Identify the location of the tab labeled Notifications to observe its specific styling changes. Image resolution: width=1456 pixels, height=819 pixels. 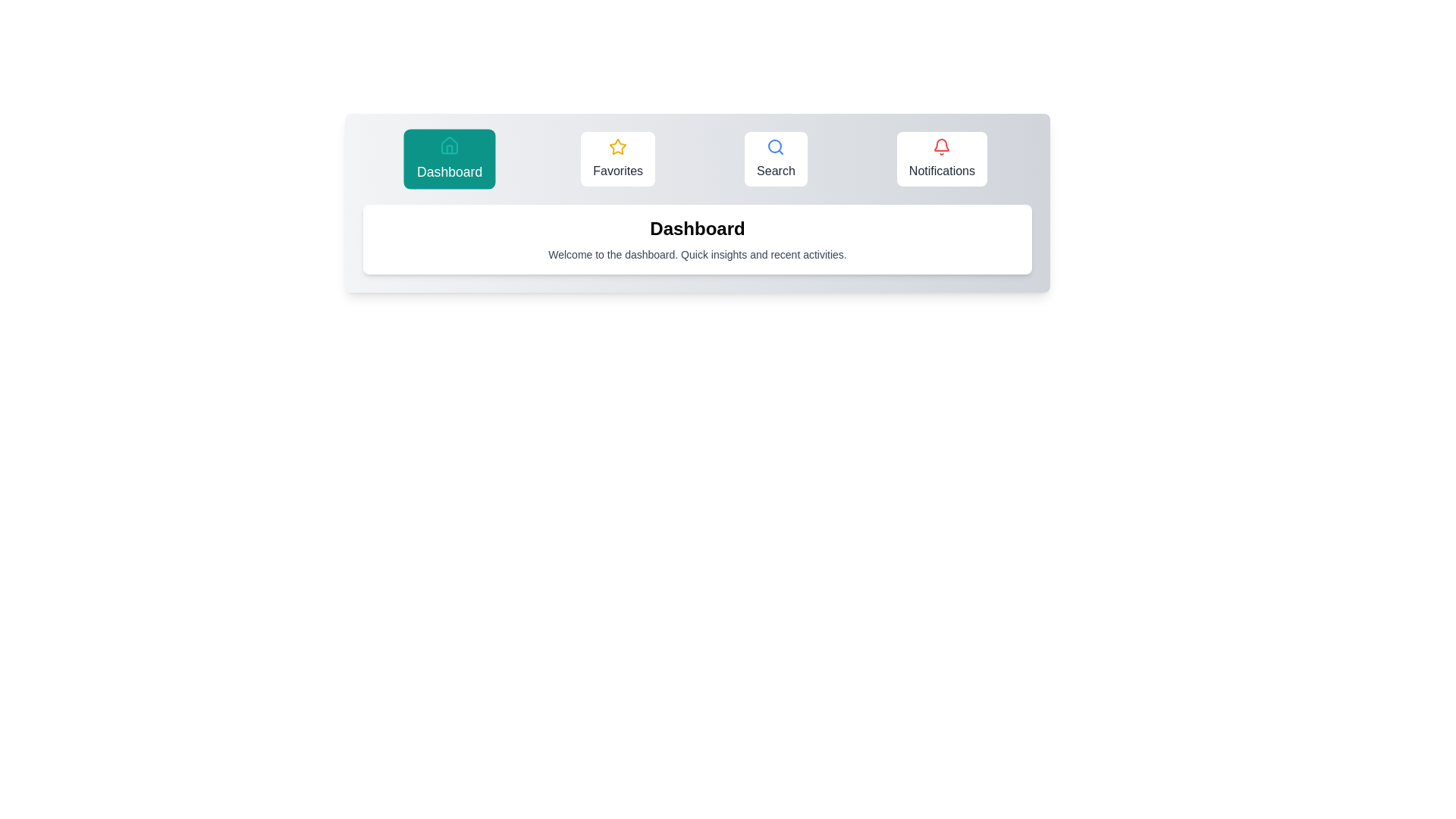
(941, 158).